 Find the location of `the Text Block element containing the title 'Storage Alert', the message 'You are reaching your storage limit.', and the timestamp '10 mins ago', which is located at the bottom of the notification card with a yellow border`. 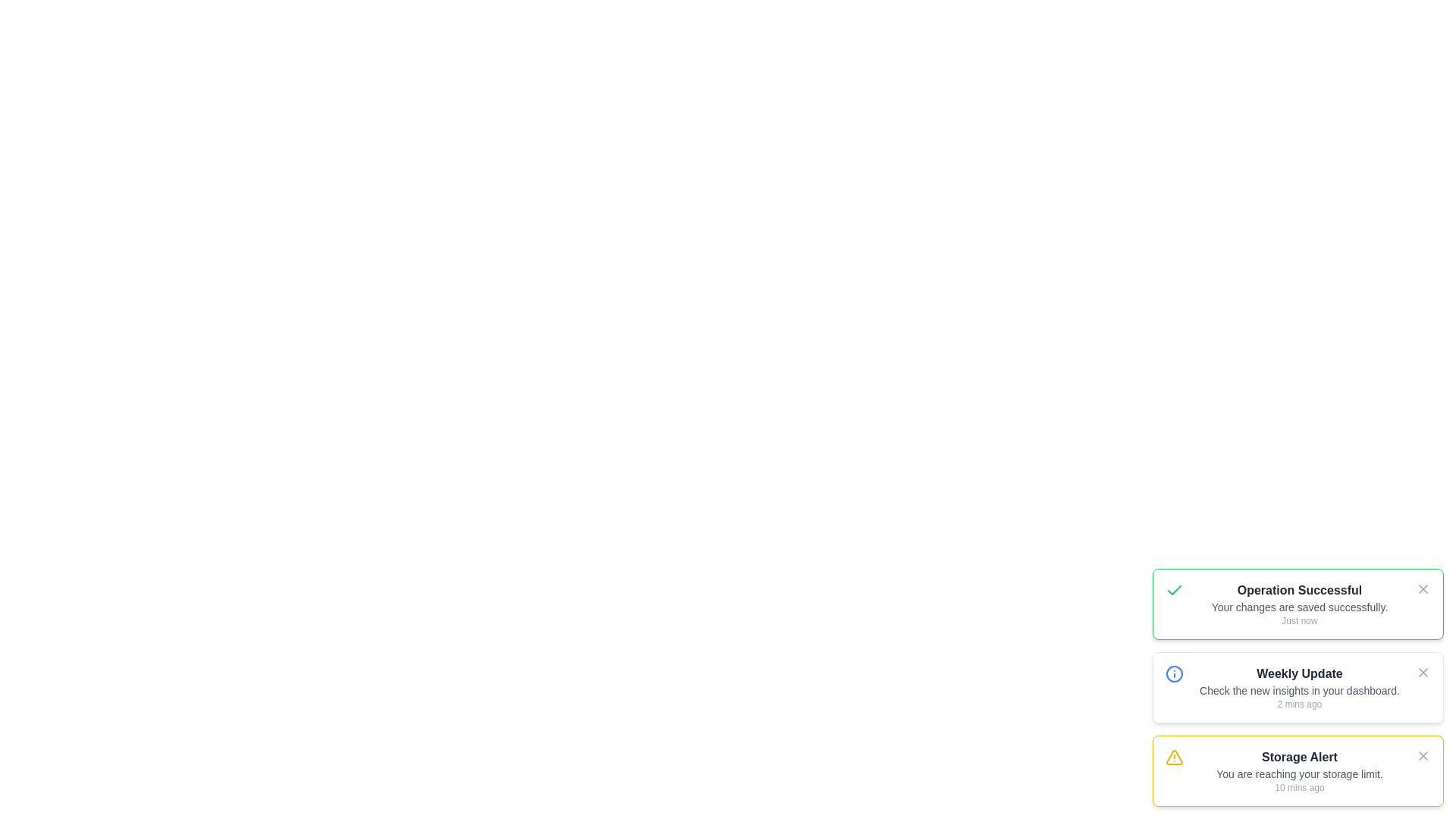

the Text Block element containing the title 'Storage Alert', the message 'You are reaching your storage limit.', and the timestamp '10 mins ago', which is located at the bottom of the notification card with a yellow border is located at coordinates (1298, 771).